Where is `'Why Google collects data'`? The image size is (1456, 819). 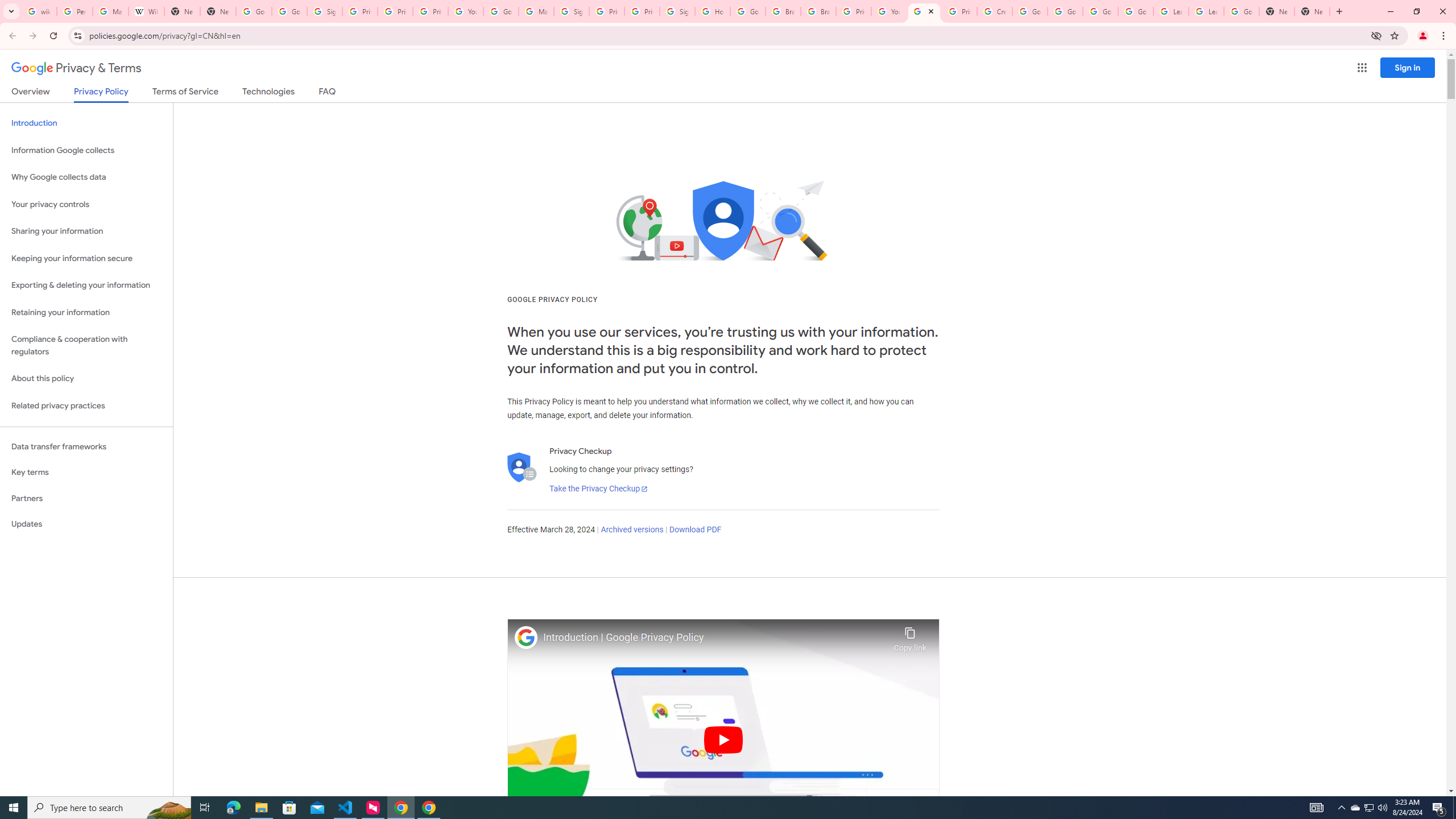 'Why Google collects data' is located at coordinates (86, 176).